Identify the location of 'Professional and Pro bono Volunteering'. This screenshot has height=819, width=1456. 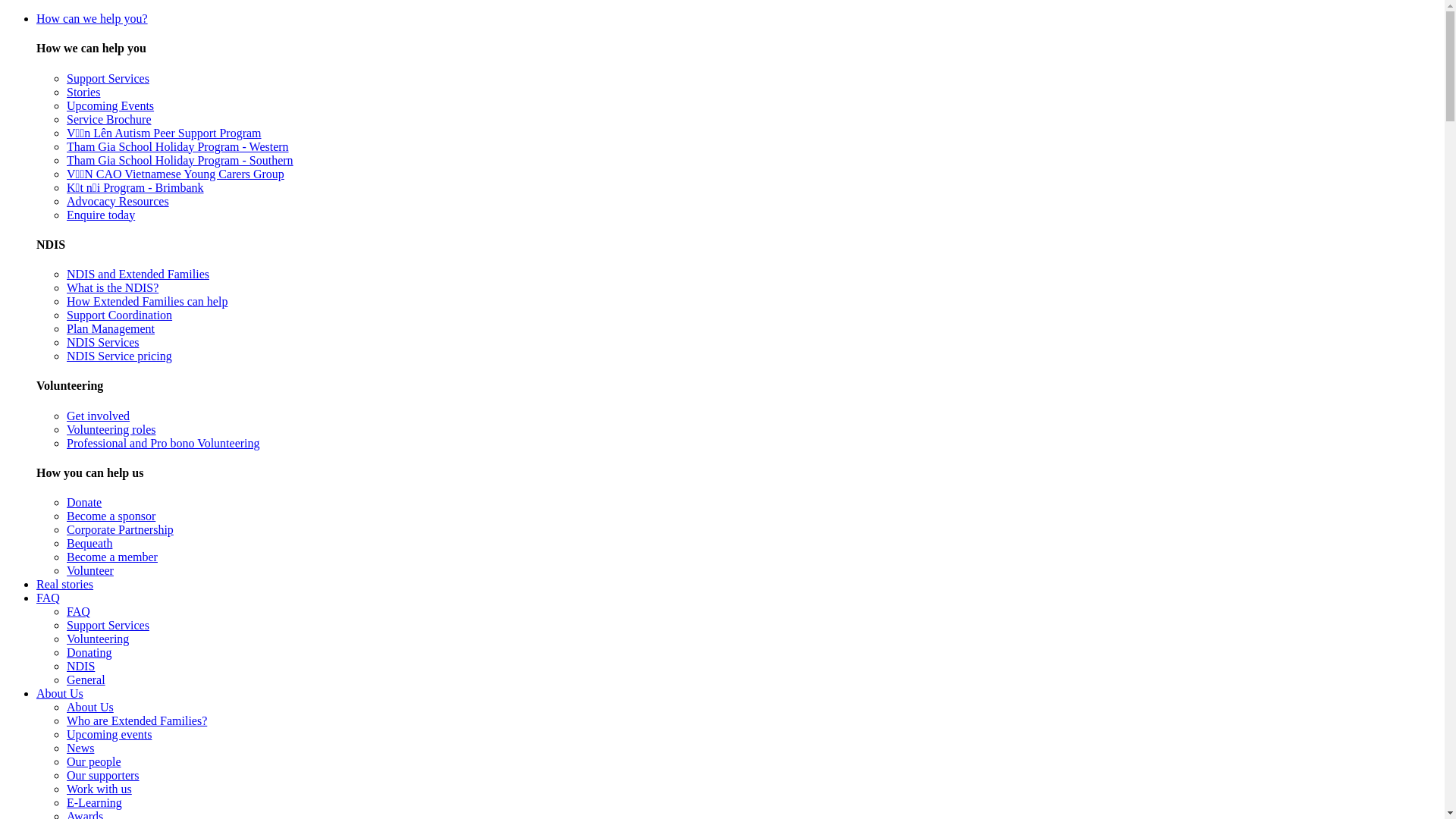
(163, 443).